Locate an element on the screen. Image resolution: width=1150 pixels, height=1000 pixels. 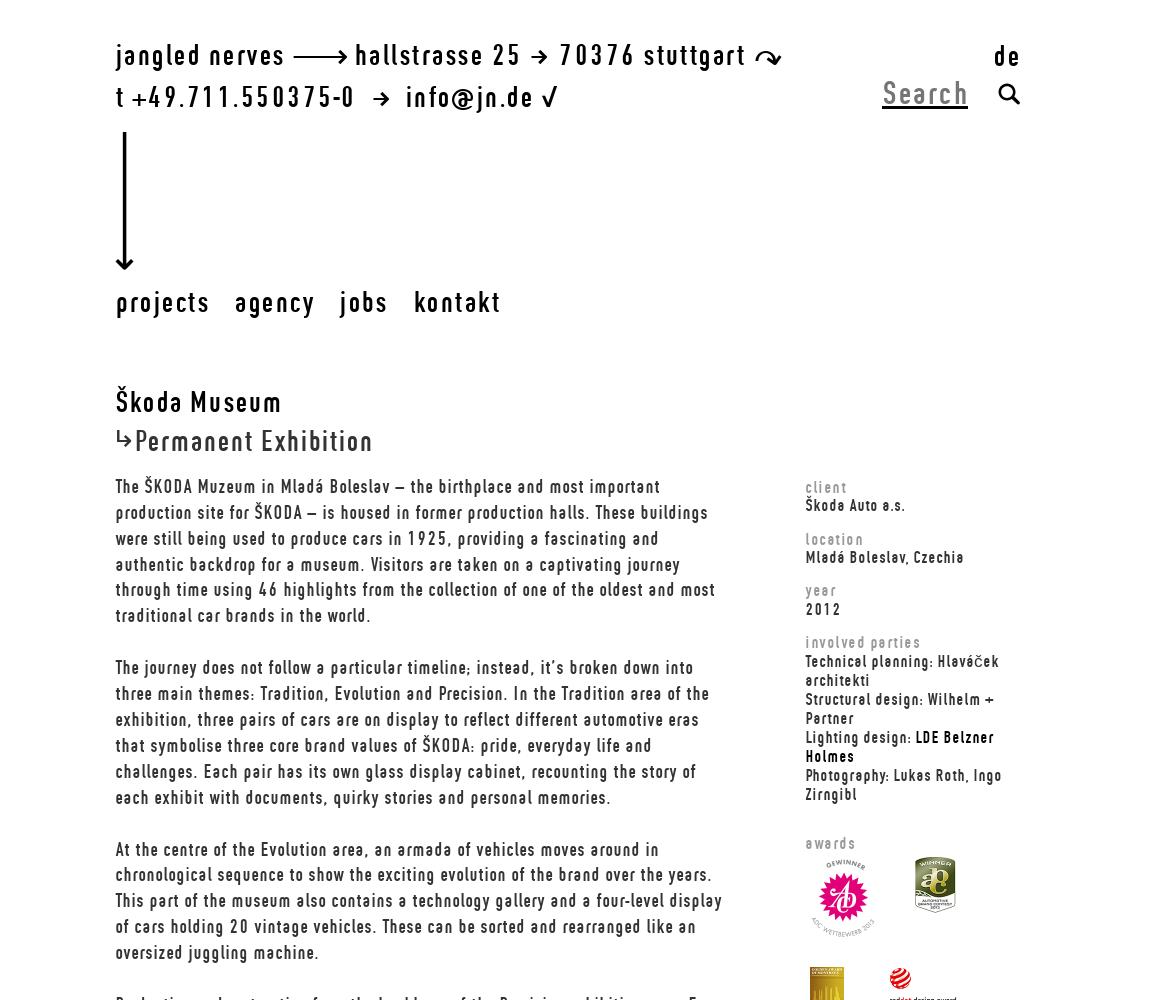
'Technical planning: Hlaváček architekti' is located at coordinates (804, 669).